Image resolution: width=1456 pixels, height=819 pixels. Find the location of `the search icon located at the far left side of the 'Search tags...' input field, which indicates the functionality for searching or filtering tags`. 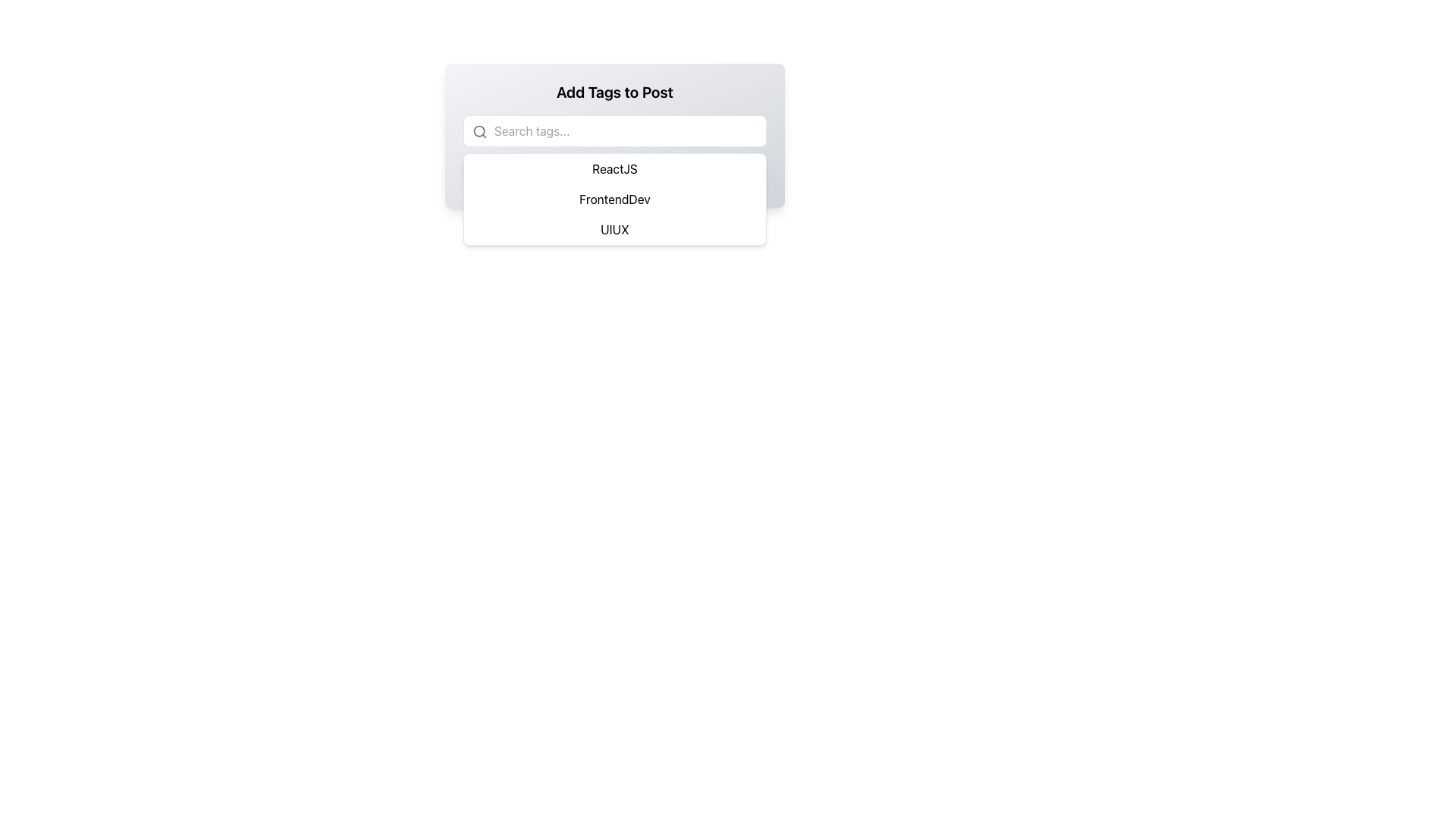

the search icon located at the far left side of the 'Search tags...' input field, which indicates the functionality for searching or filtering tags is located at coordinates (479, 130).